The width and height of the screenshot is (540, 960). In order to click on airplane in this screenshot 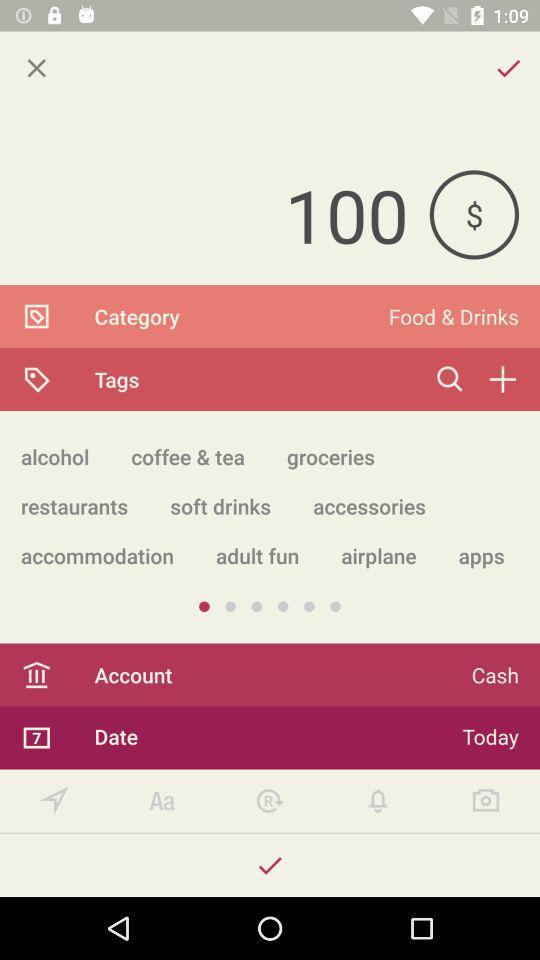, I will do `click(378, 555)`.